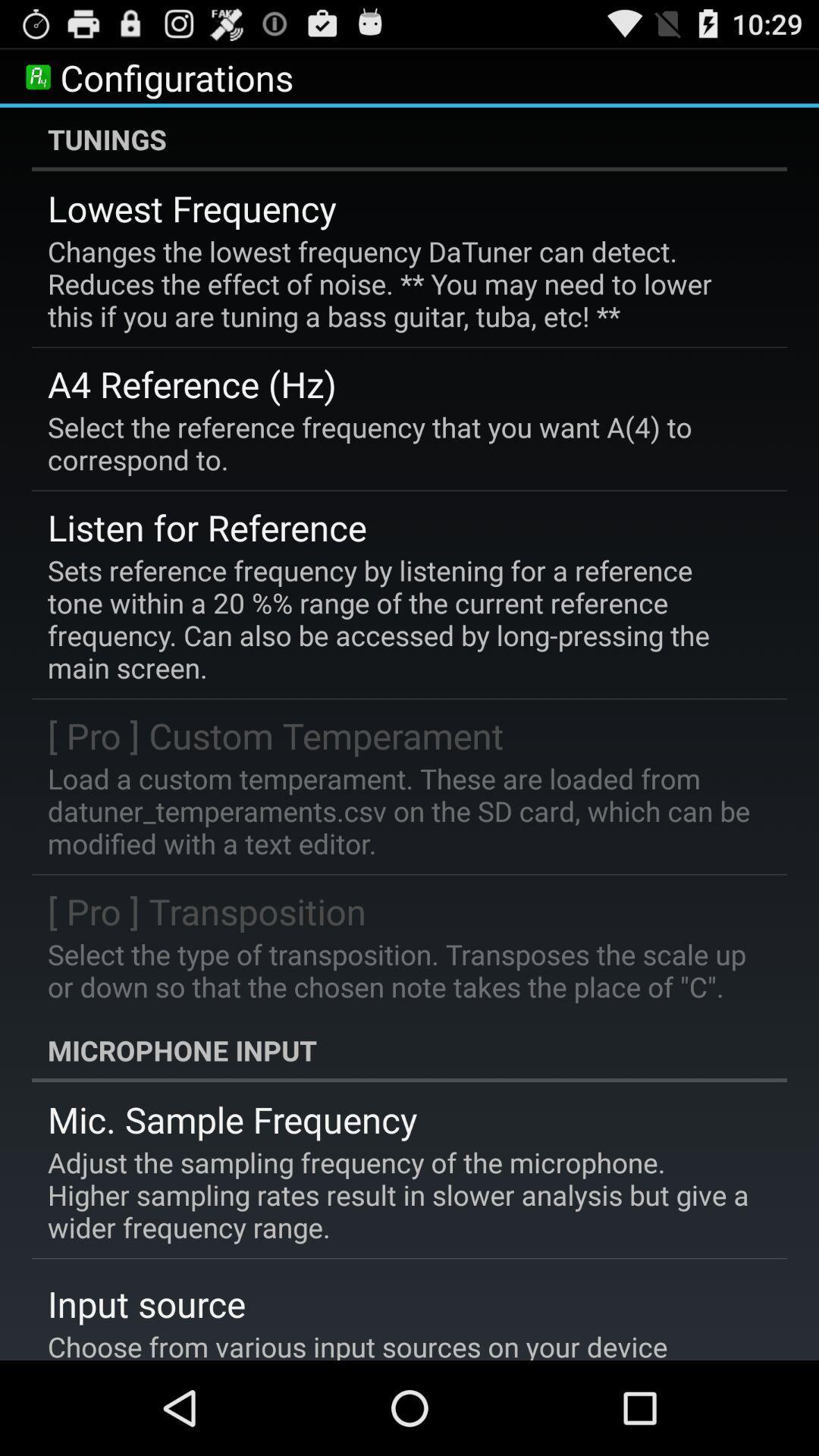  What do you see at coordinates (409, 1050) in the screenshot?
I see `the microphone input item` at bounding box center [409, 1050].